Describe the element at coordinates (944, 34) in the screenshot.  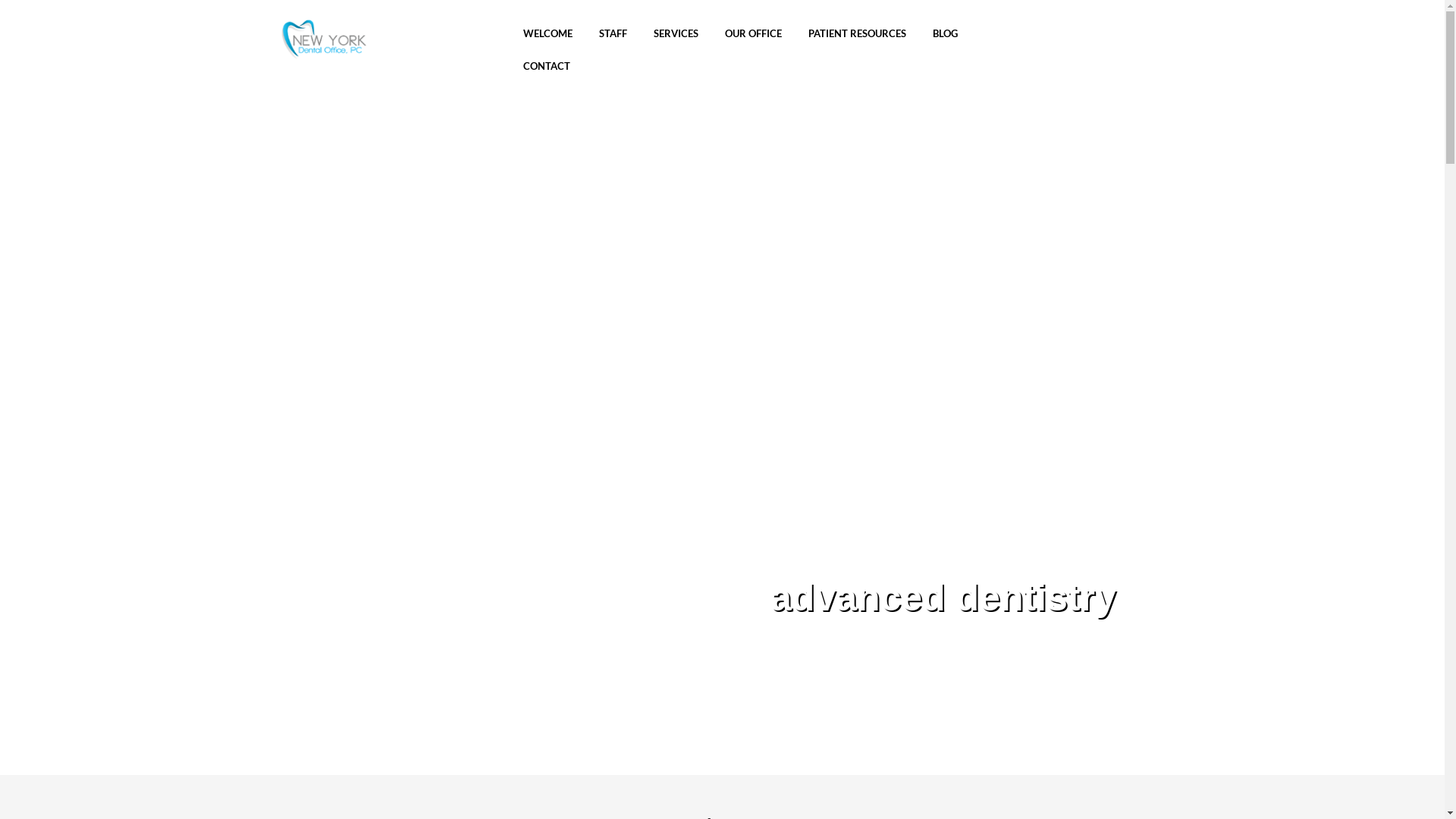
I see `'BLOG'` at that location.